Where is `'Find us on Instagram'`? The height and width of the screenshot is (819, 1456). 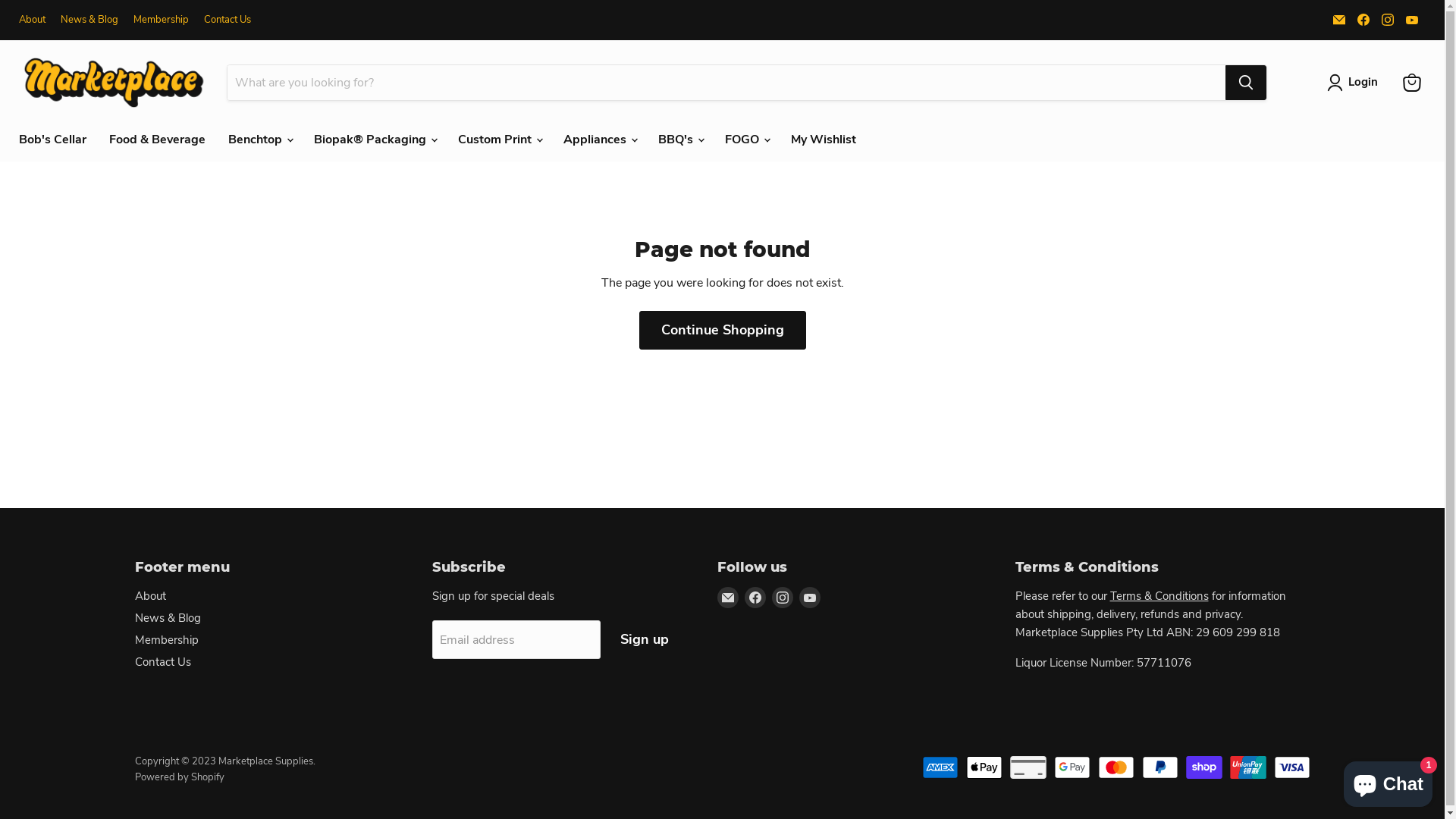 'Find us on Instagram' is located at coordinates (1387, 20).